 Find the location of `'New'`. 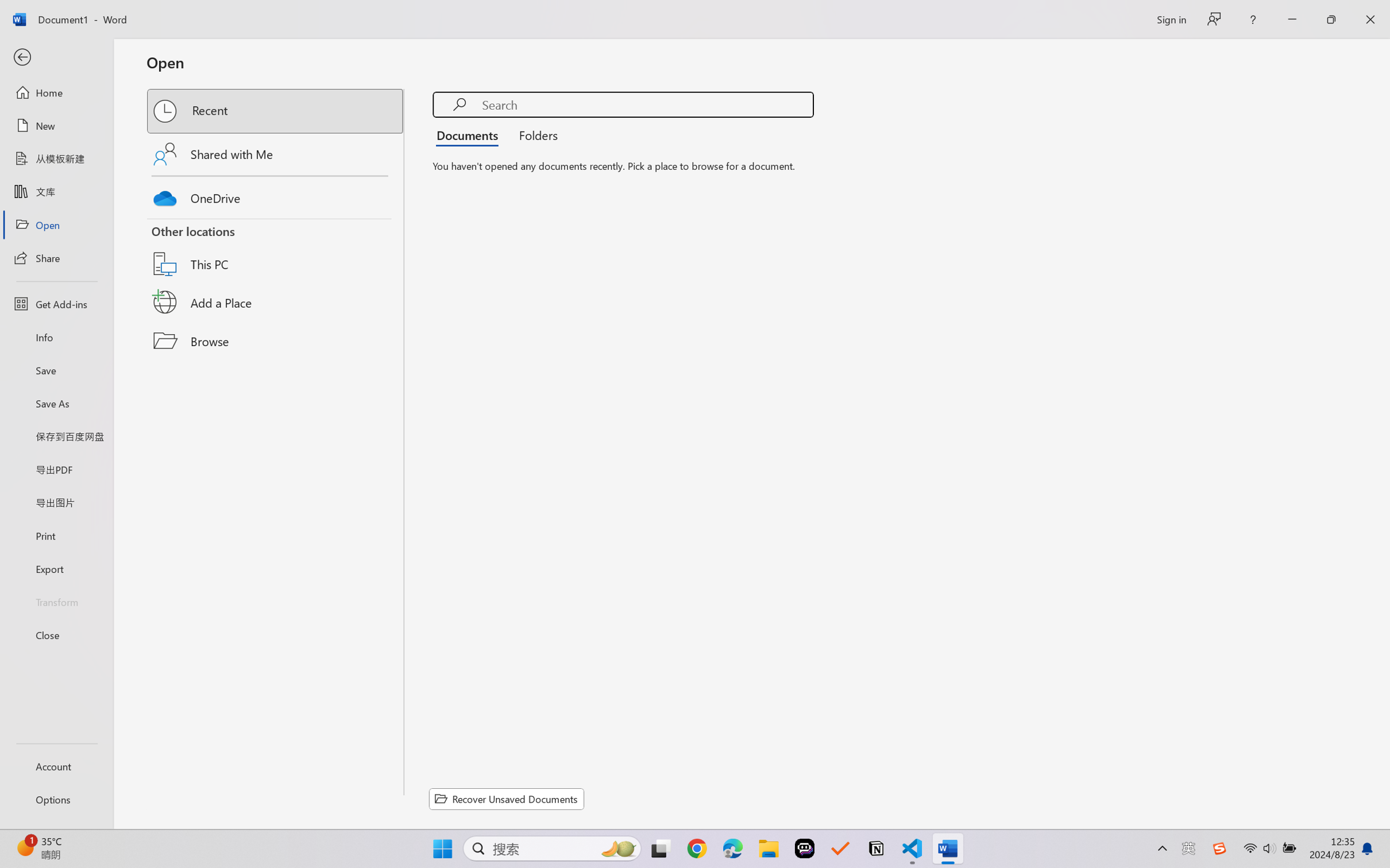

'New' is located at coordinates (56, 125).